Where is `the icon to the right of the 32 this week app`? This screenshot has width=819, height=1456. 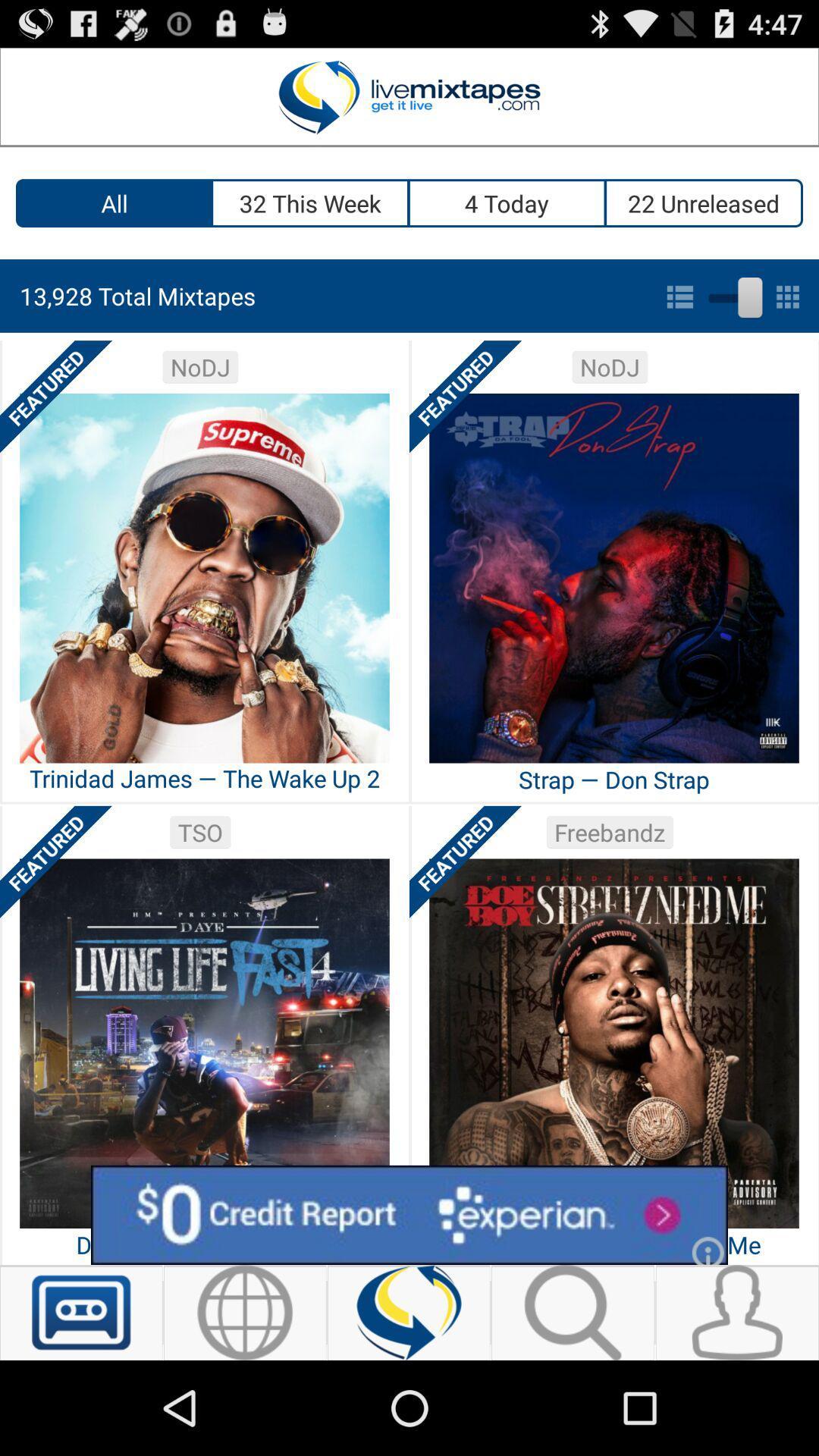
the icon to the right of the 32 this week app is located at coordinates (507, 202).